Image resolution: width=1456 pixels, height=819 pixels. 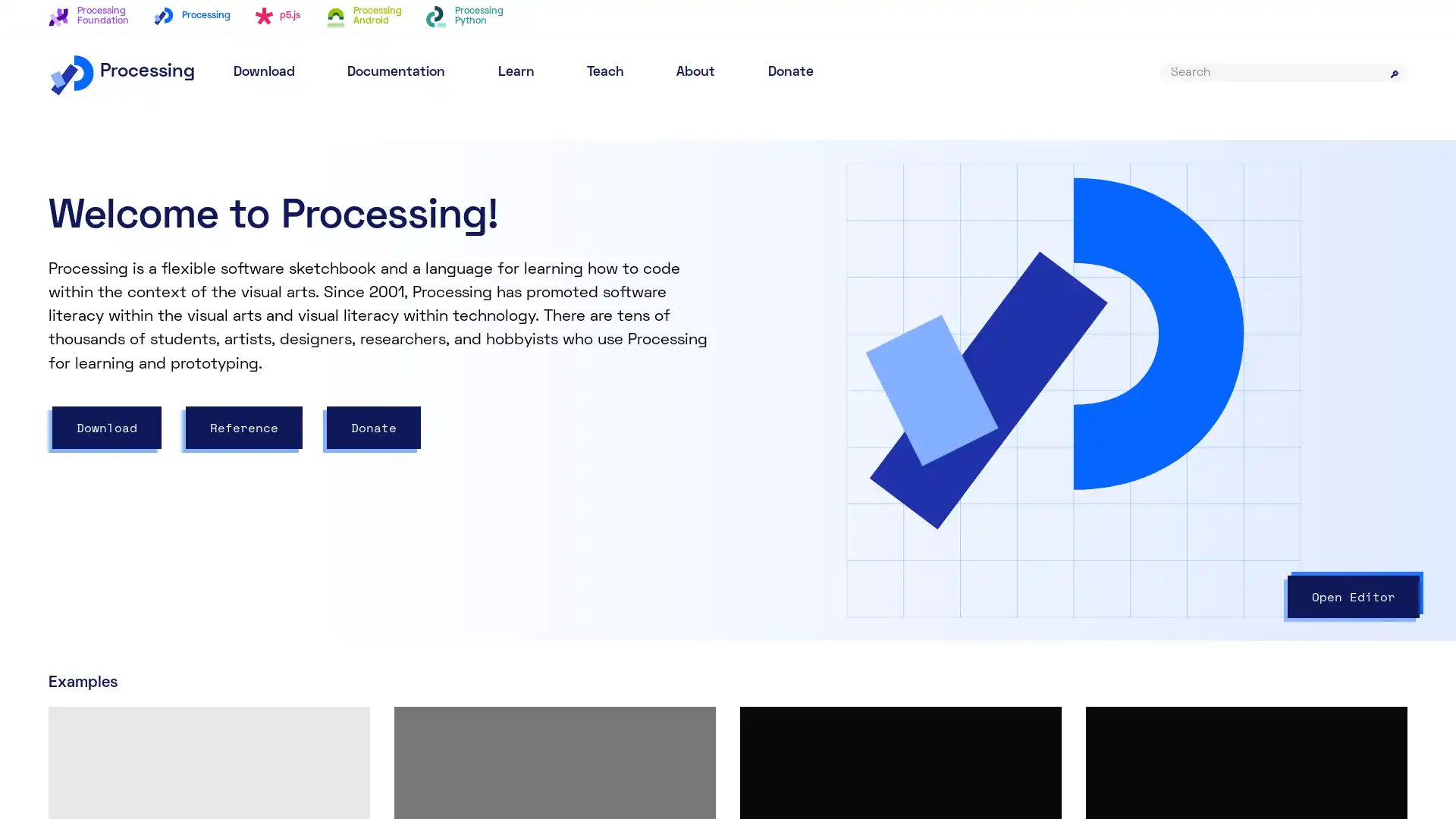 I want to click on change position, so click(x=918, y=416).